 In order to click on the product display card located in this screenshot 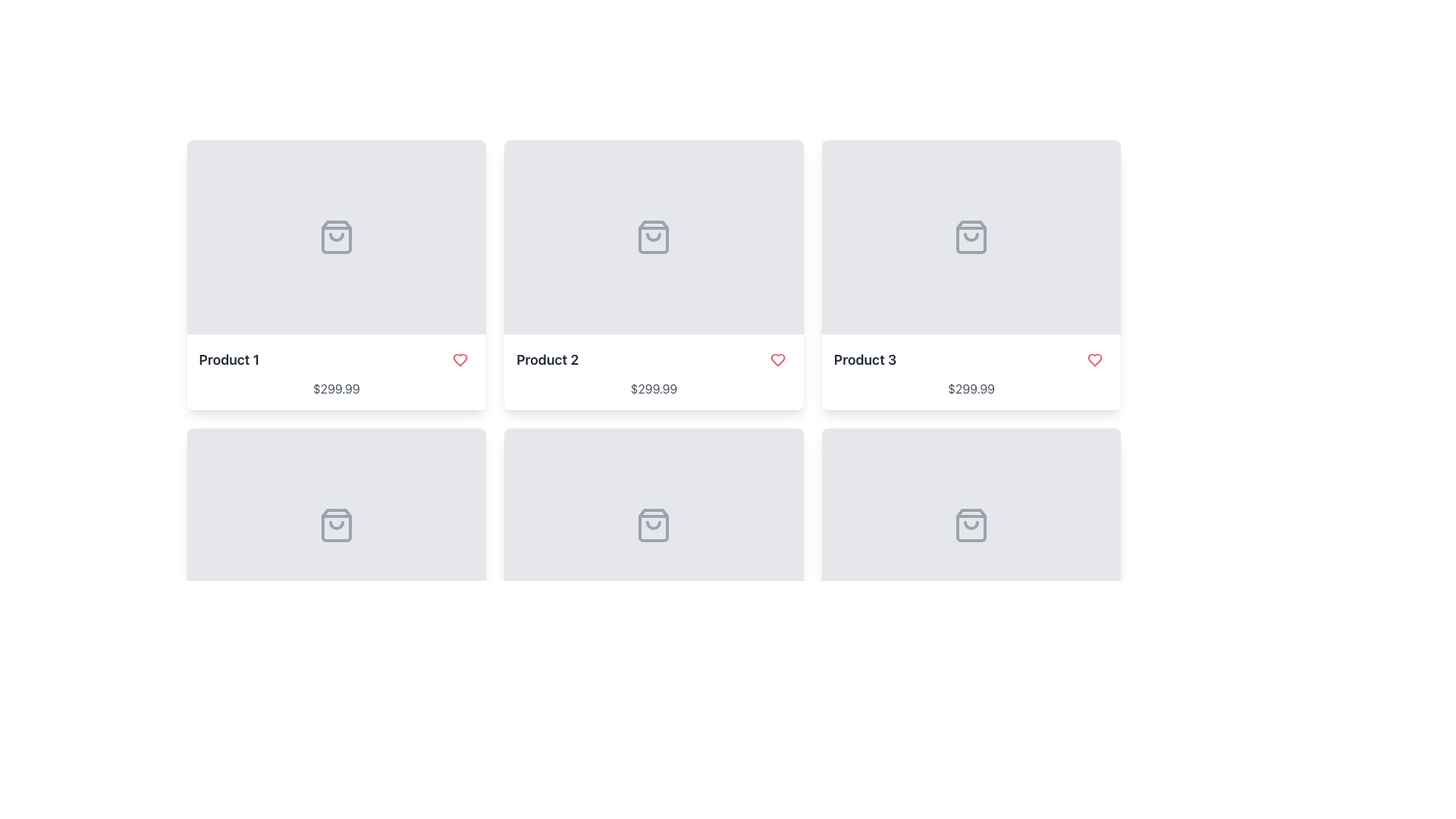, I will do `click(971, 563)`.